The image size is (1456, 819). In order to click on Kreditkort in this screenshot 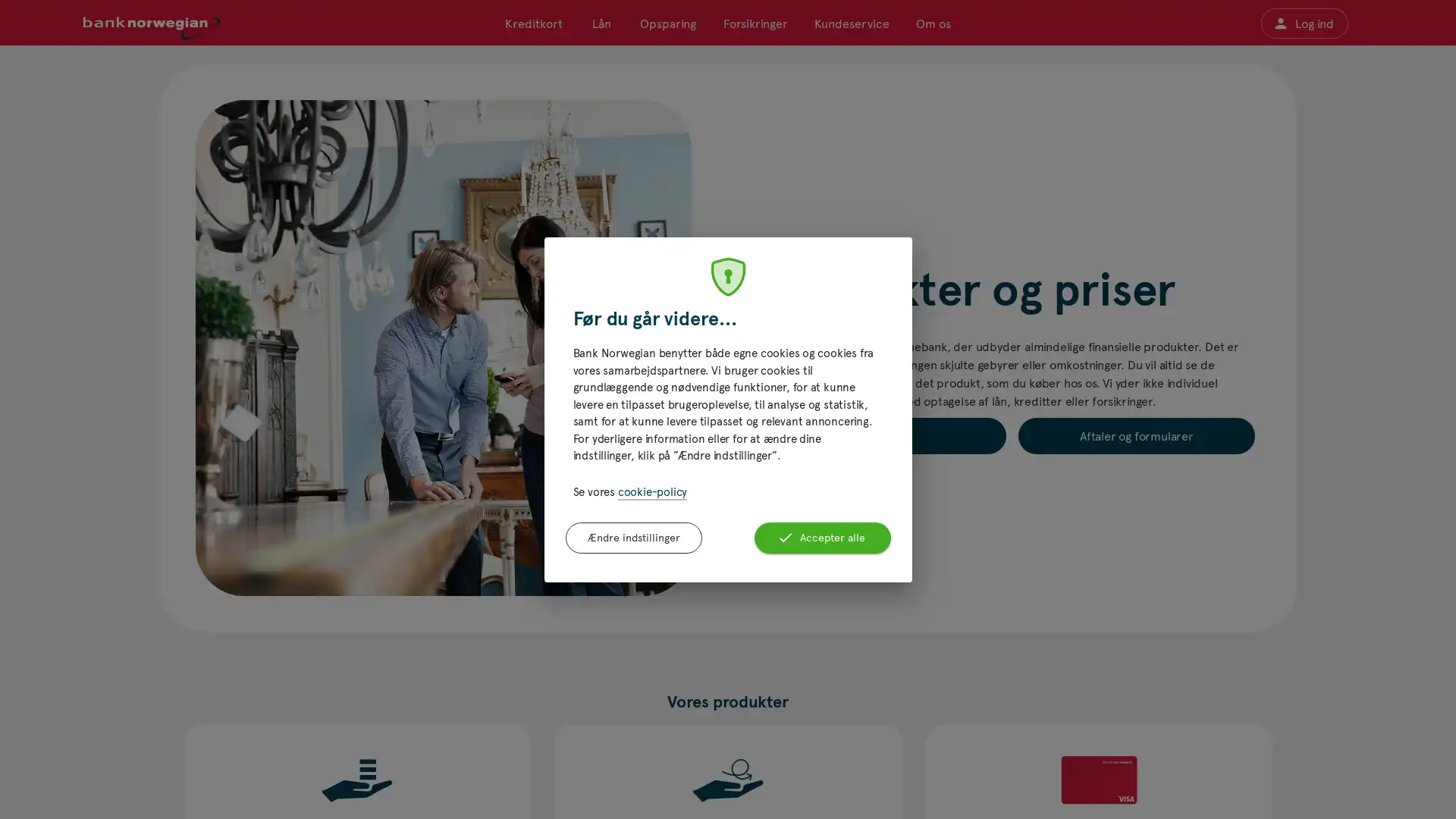, I will do `click(534, 23)`.